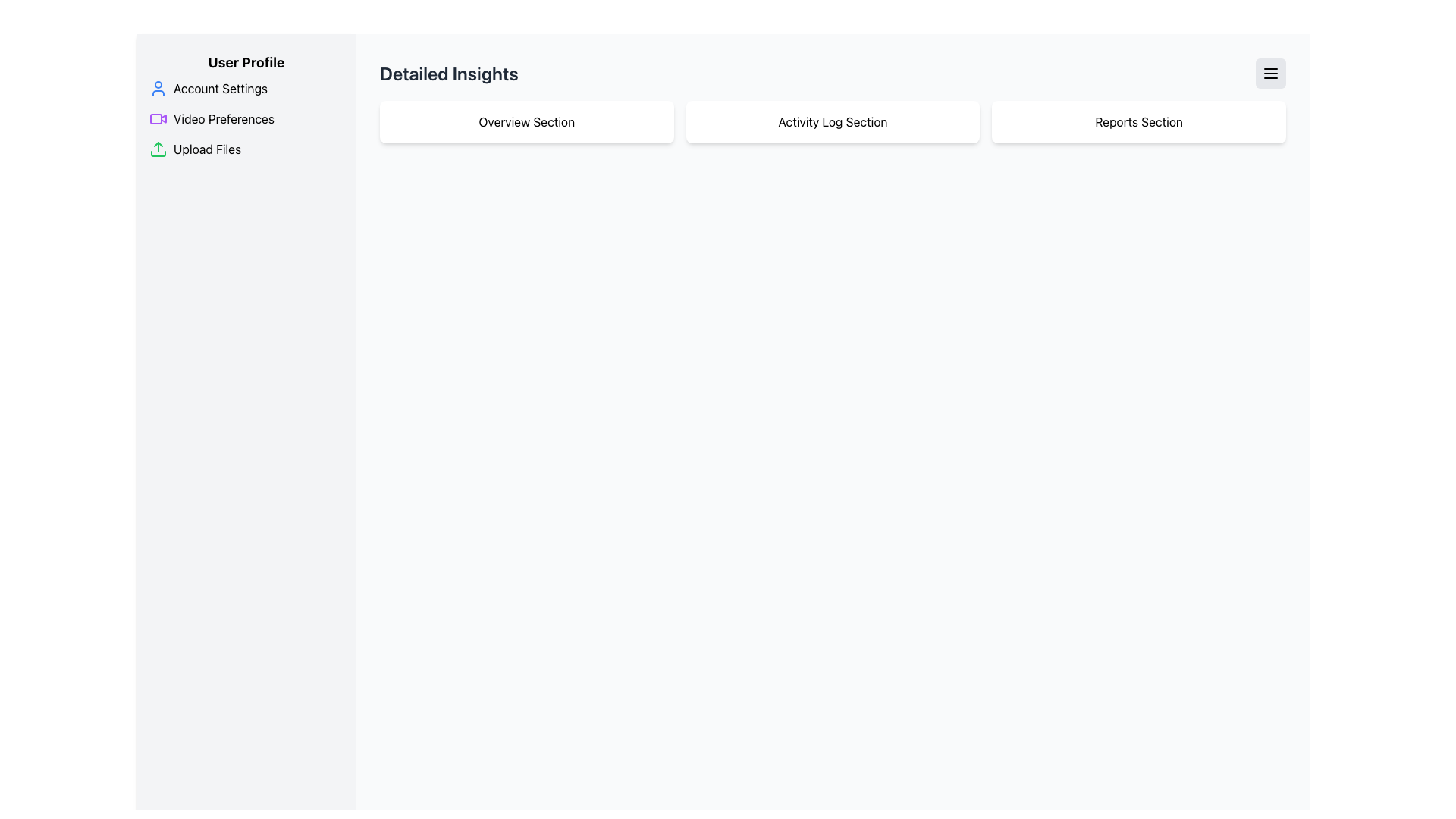 The image size is (1456, 819). Describe the element at coordinates (1270, 73) in the screenshot. I see `the menu toggle icon located in the top-right corner of the application layout` at that location.